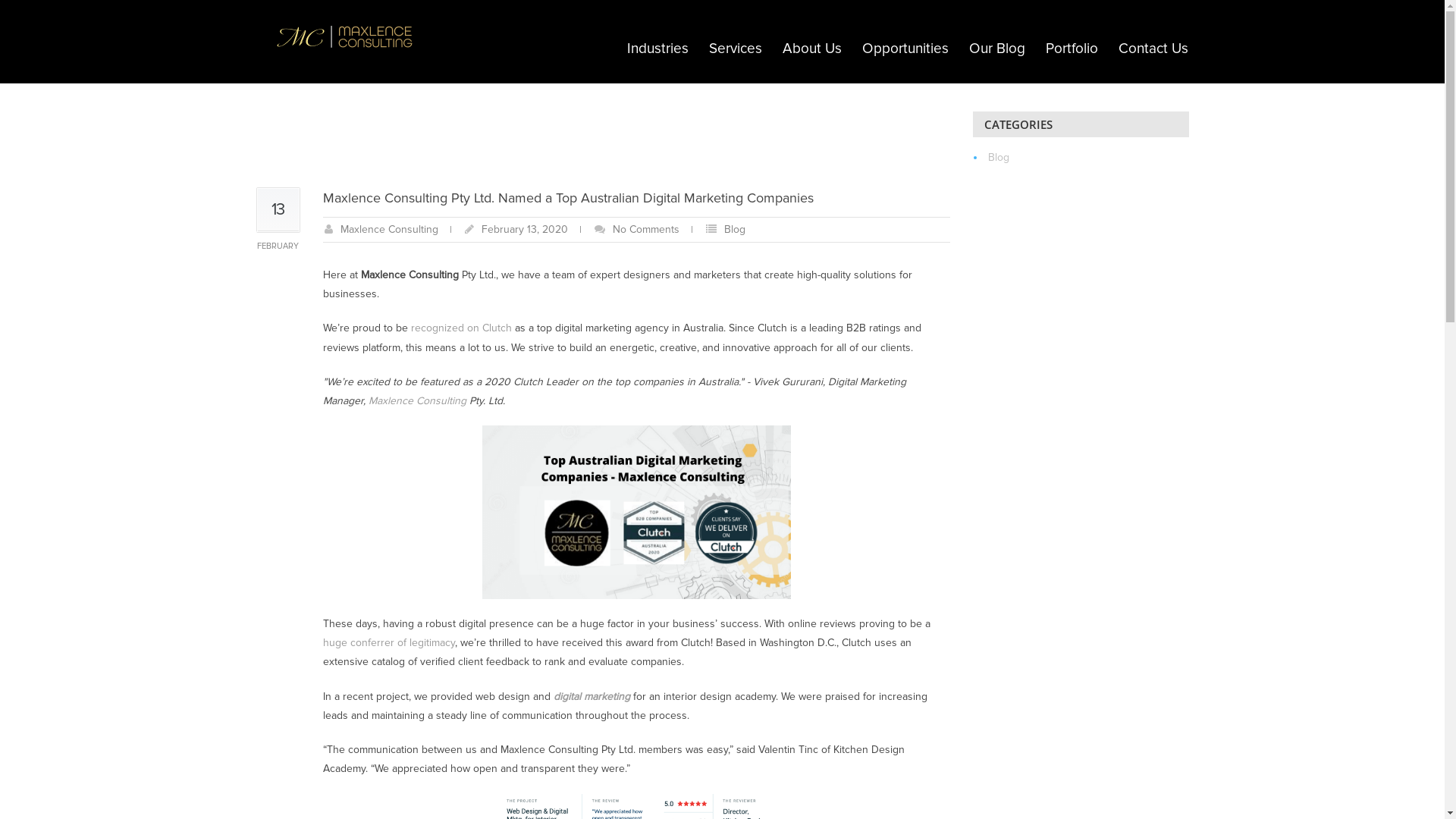 The width and height of the screenshot is (1456, 819). I want to click on 'About Us', so click(811, 48).